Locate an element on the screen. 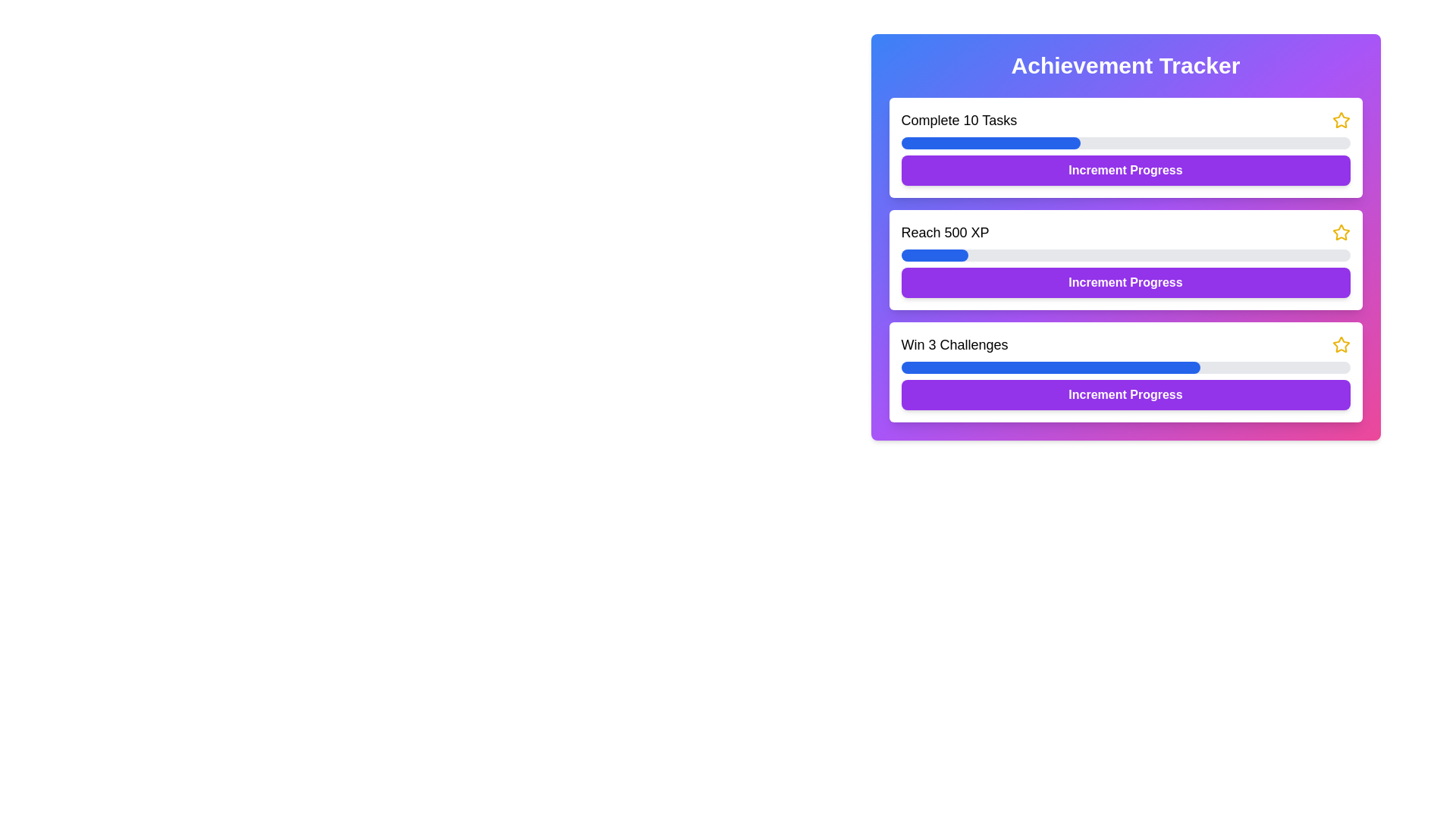  the star icon with a yellow outline, which is located on the far-right side of the 'Complete 10 Tasks' section is located at coordinates (1341, 119).